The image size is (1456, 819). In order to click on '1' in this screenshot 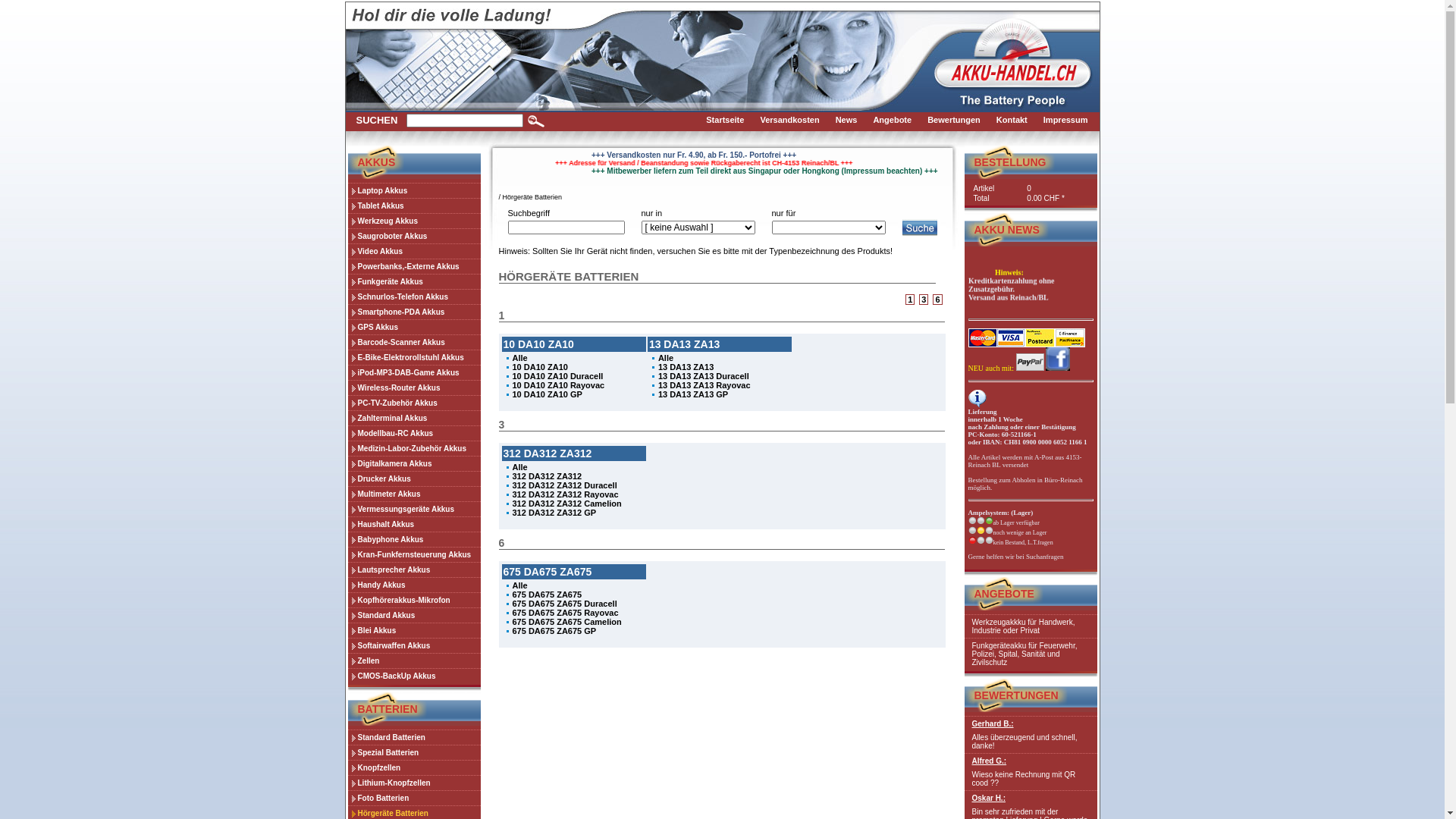, I will do `click(910, 299)`.